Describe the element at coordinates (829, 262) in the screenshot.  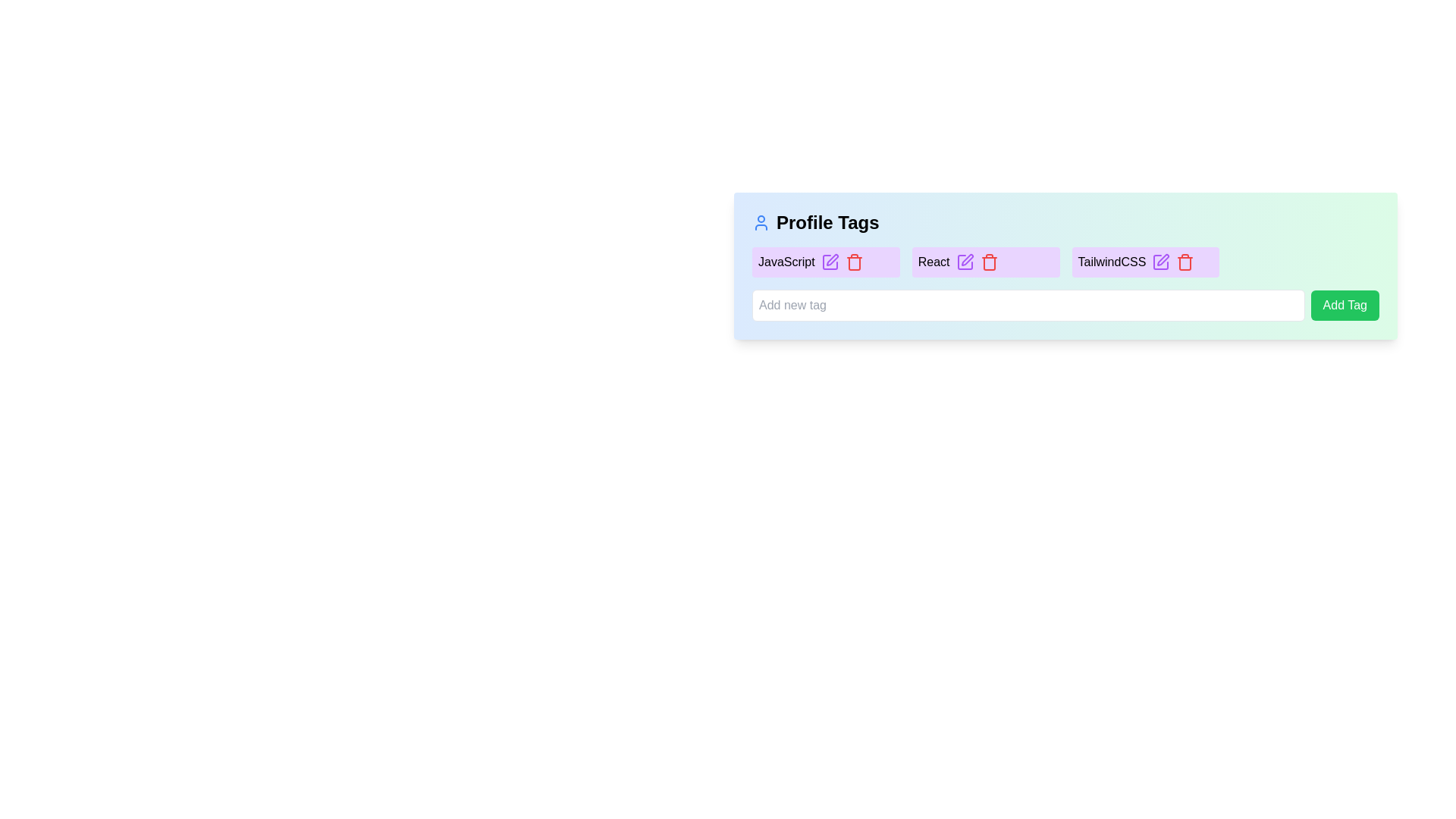
I see `the purple square icon with a pen drawing inside it, located to the immediate right of the 'JavaScript' text` at that location.